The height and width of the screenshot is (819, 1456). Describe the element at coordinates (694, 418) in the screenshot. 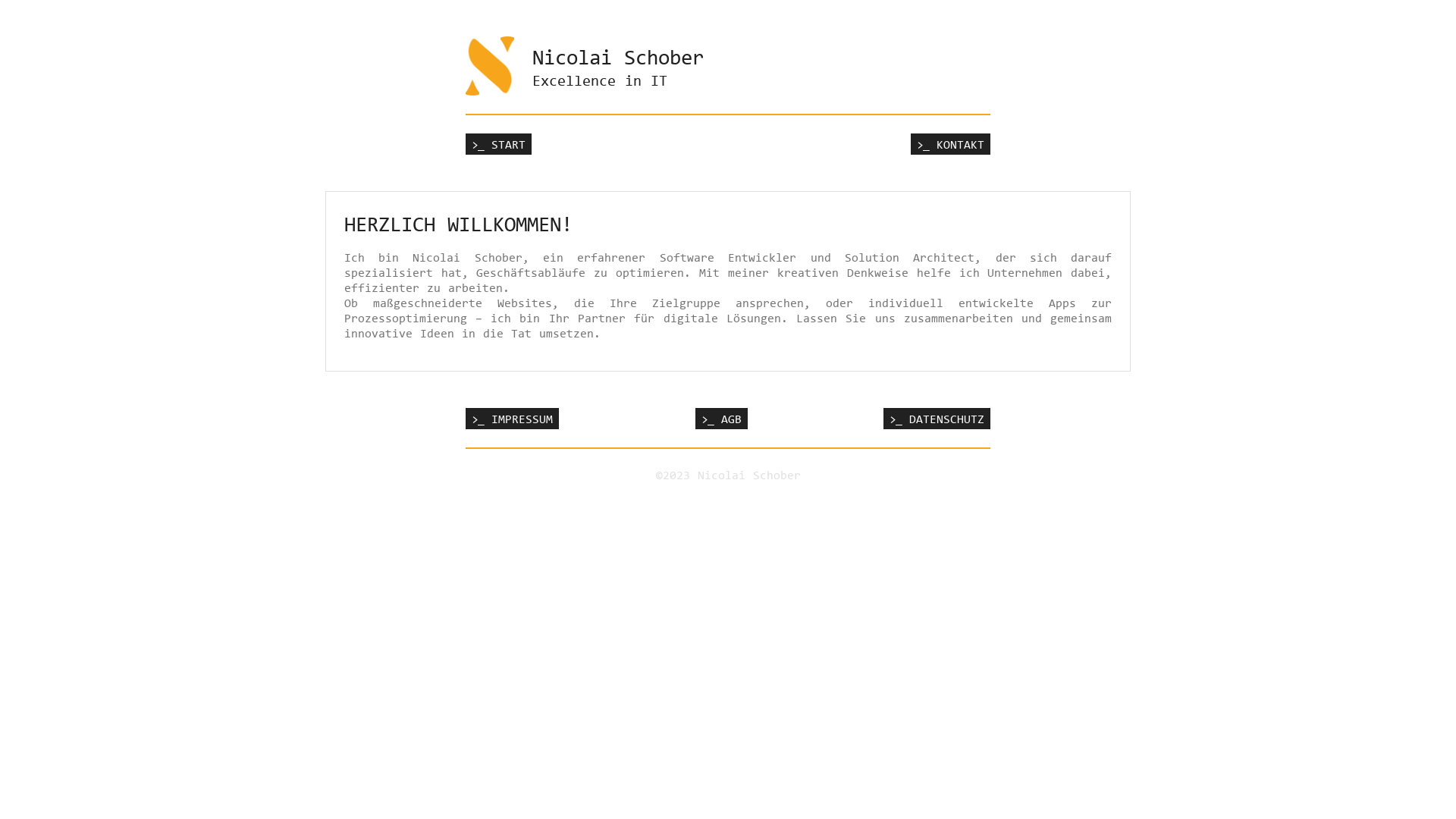

I see `'>_ AGB'` at that location.